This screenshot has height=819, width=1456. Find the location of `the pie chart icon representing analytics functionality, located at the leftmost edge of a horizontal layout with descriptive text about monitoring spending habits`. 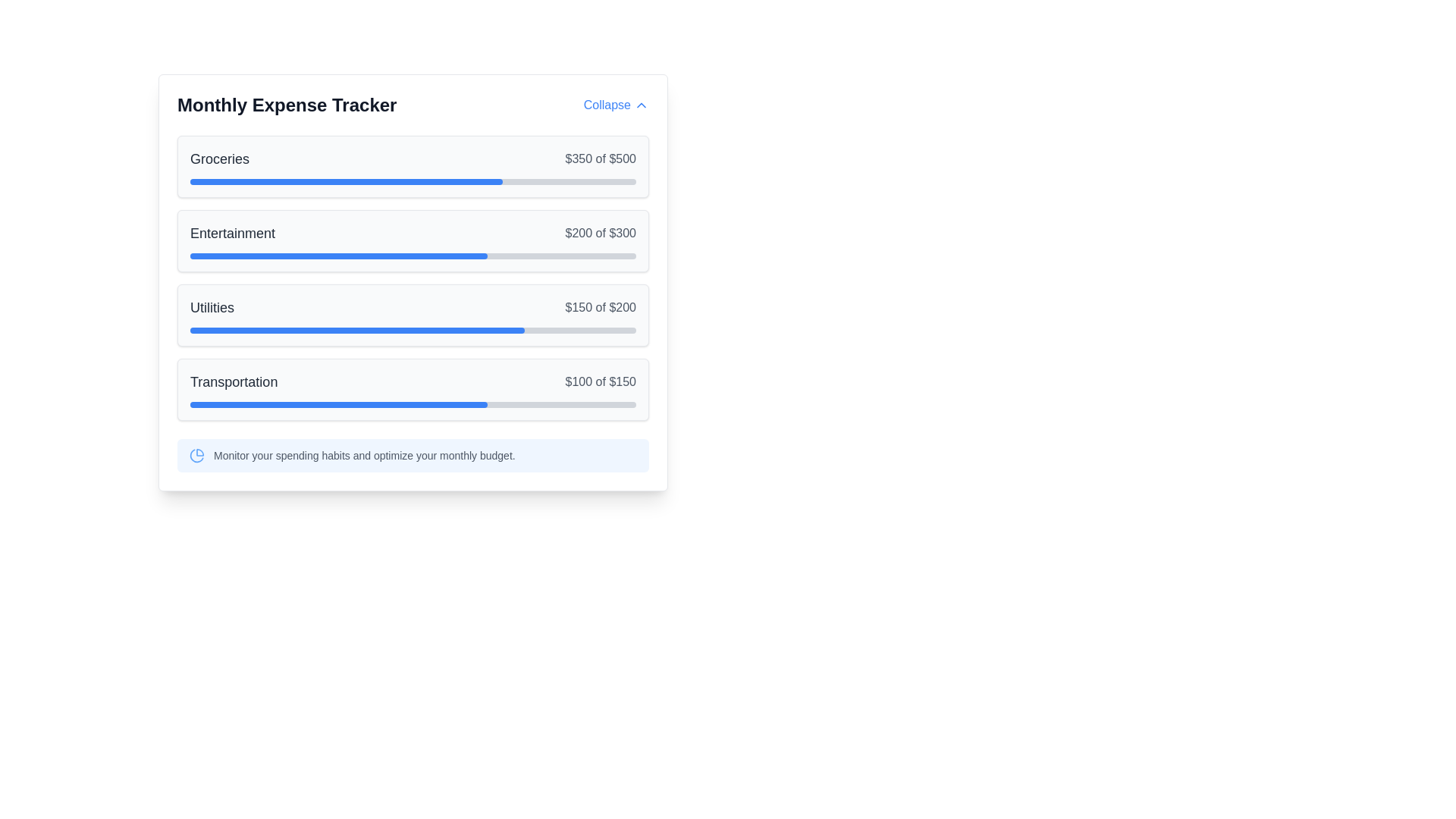

the pie chart icon representing analytics functionality, located at the leftmost edge of a horizontal layout with descriptive text about monitoring spending habits is located at coordinates (196, 455).